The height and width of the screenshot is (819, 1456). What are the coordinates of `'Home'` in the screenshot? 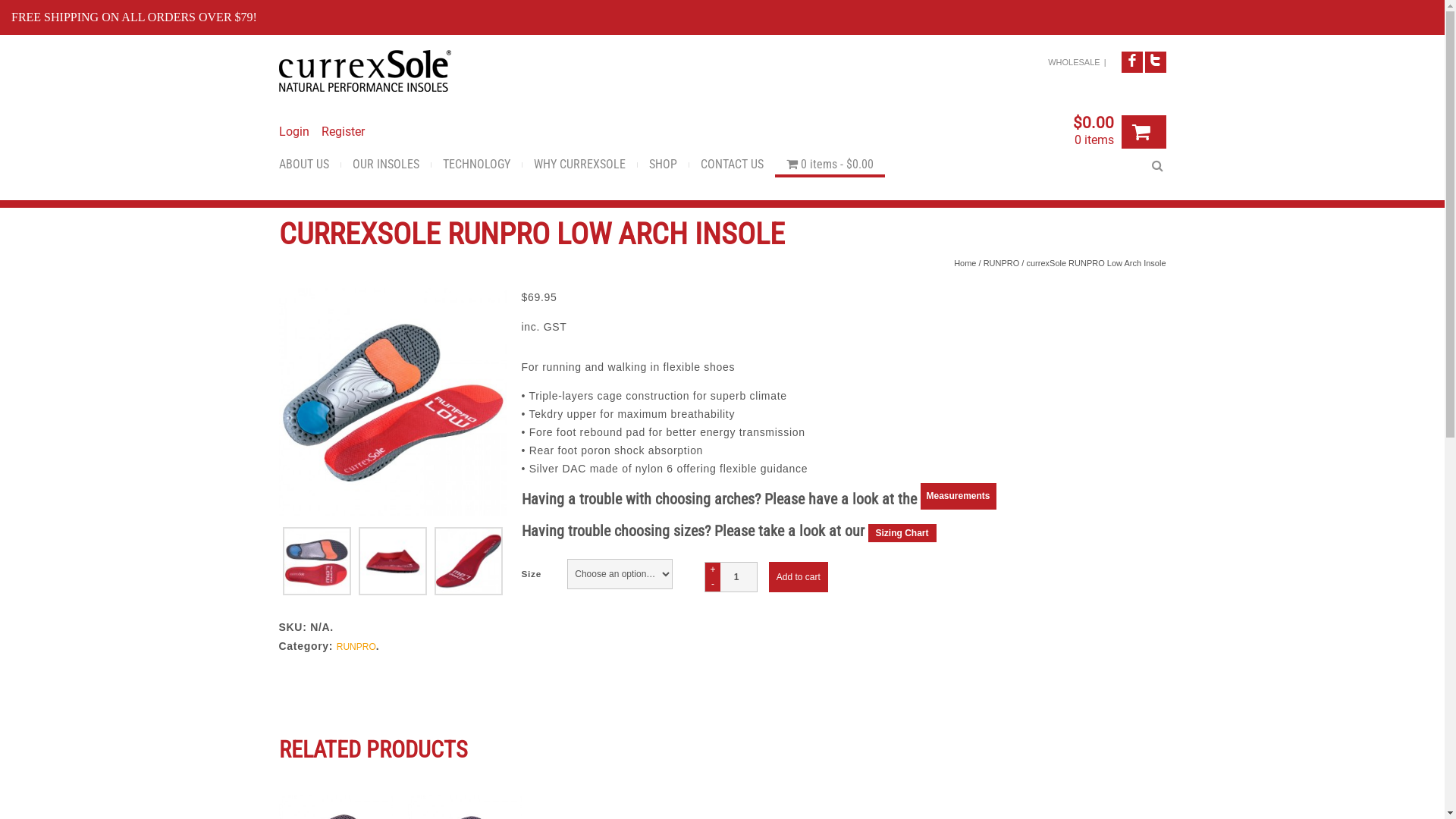 It's located at (964, 262).